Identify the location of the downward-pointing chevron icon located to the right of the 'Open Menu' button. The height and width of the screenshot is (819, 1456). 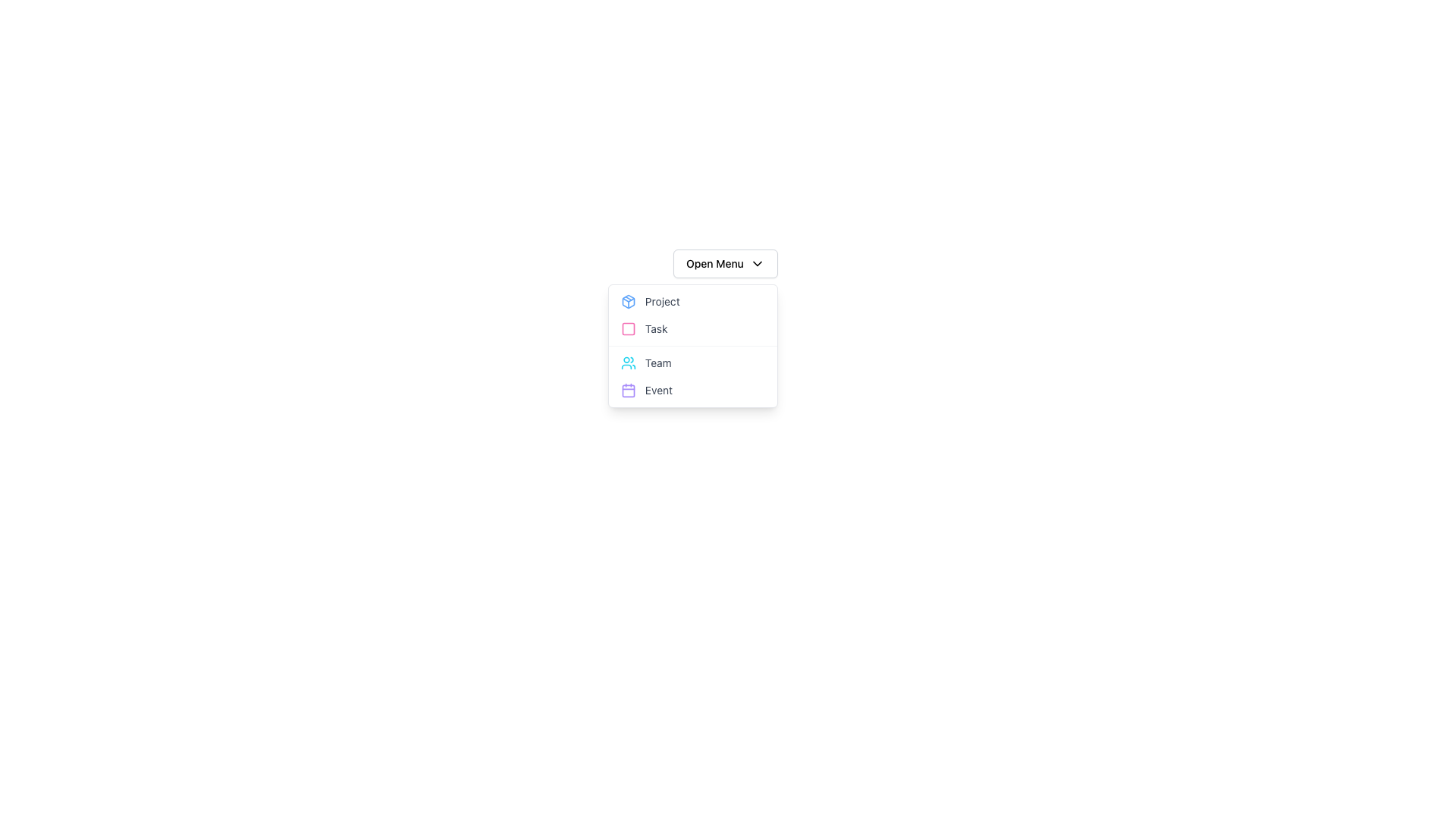
(757, 262).